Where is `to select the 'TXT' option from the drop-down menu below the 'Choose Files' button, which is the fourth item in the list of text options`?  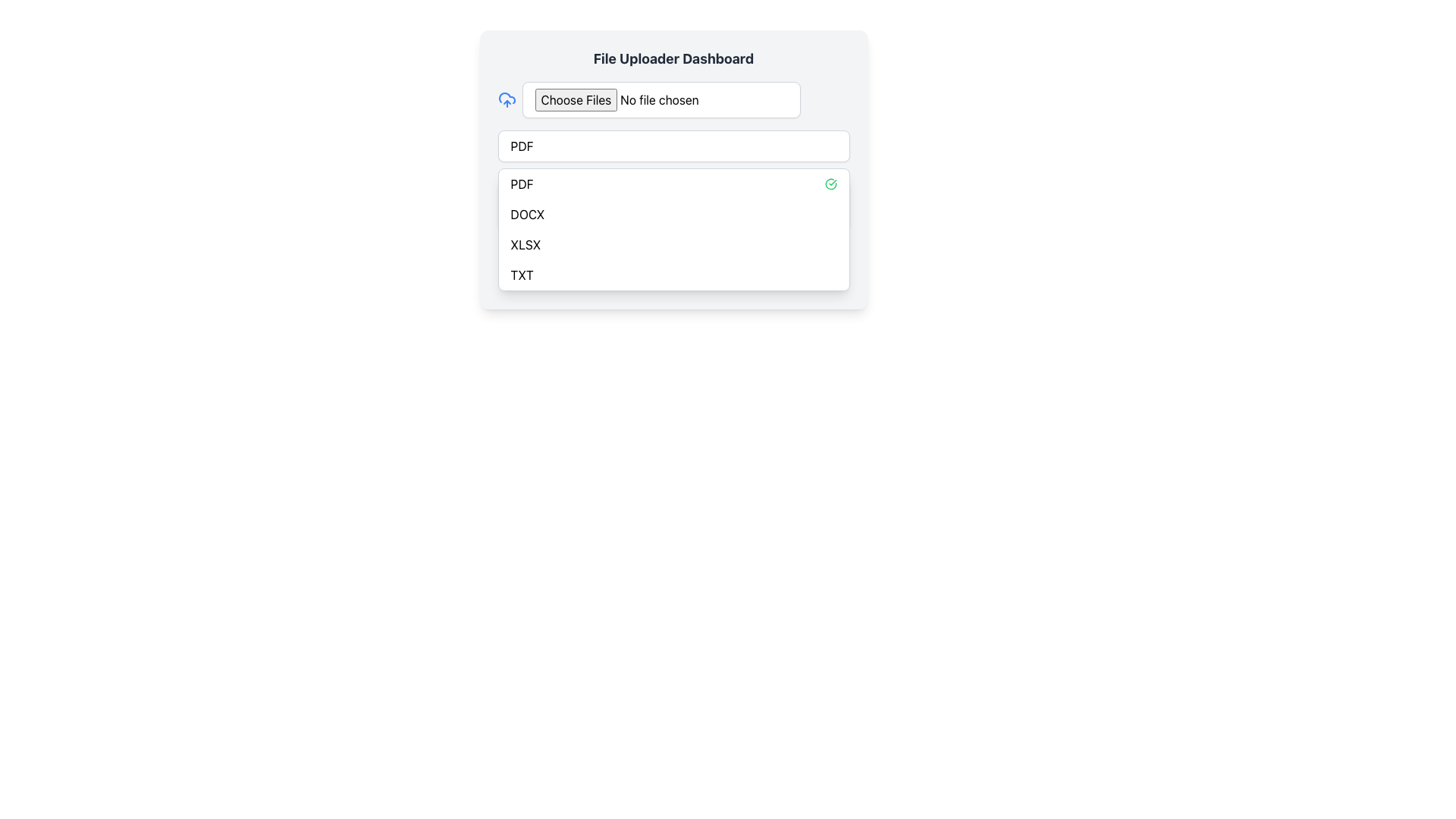 to select the 'TXT' option from the drop-down menu below the 'Choose Files' button, which is the fourth item in the list of text options is located at coordinates (522, 275).